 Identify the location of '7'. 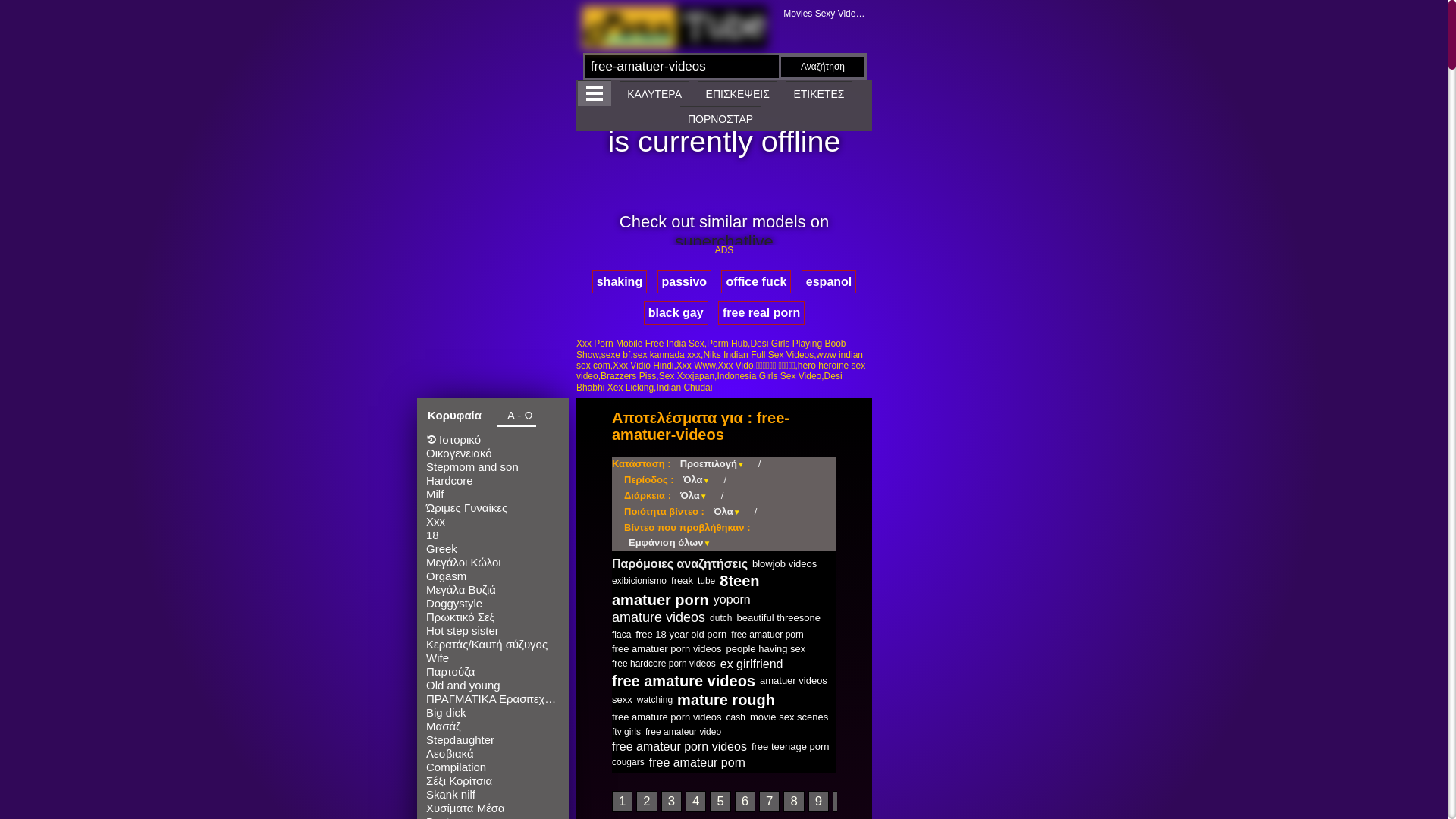
(769, 800).